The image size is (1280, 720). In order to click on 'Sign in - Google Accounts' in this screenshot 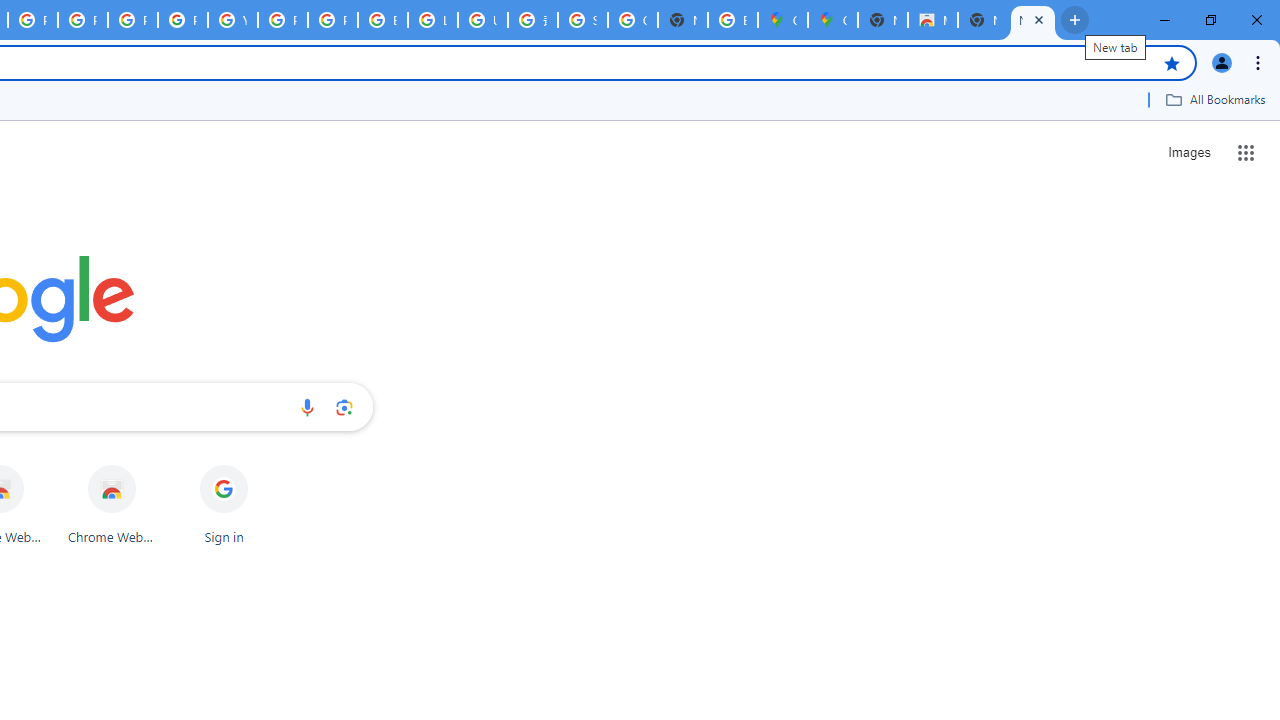, I will do `click(582, 20)`.